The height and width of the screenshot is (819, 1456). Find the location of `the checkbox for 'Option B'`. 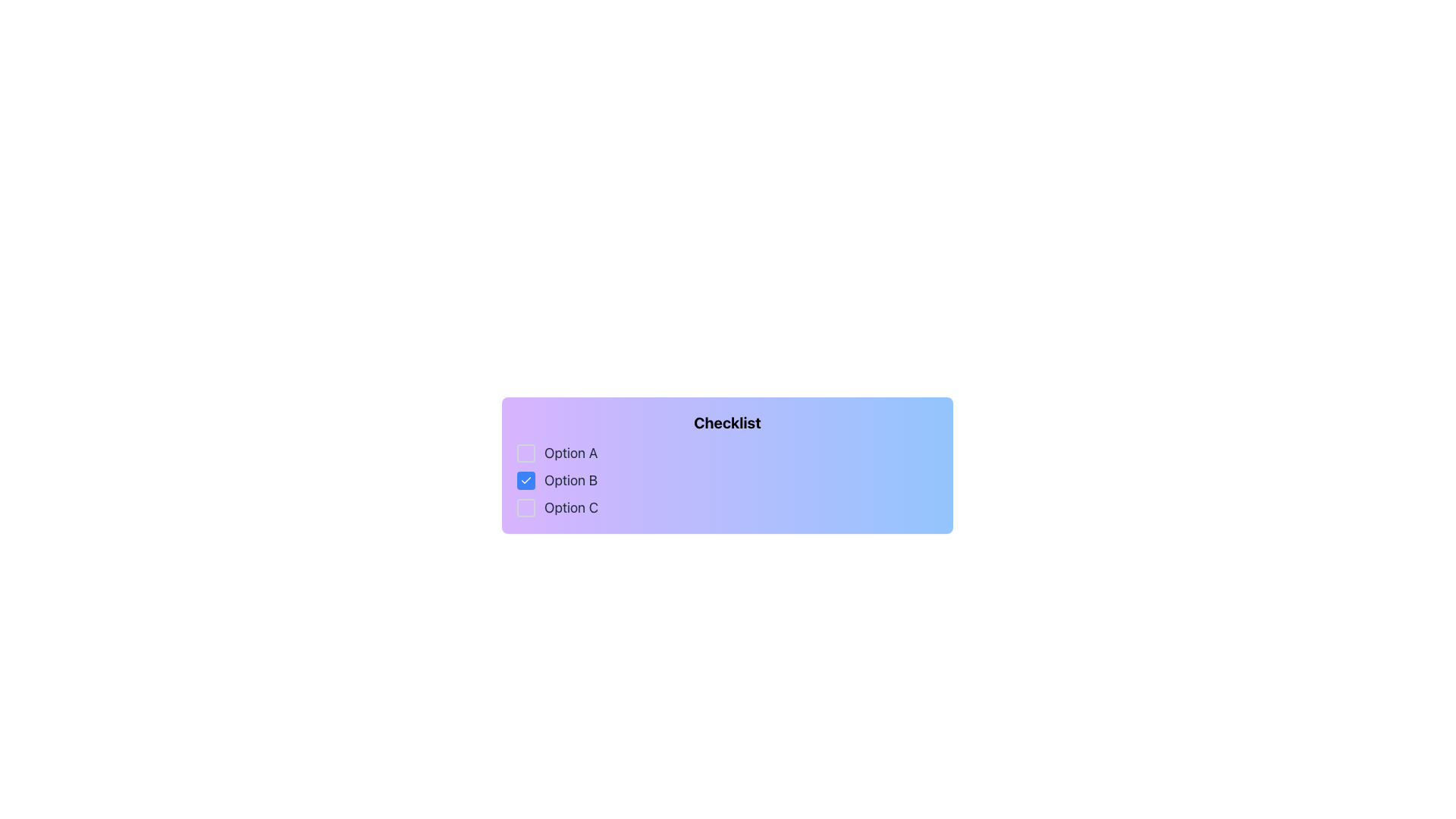

the checkbox for 'Option B' is located at coordinates (526, 480).